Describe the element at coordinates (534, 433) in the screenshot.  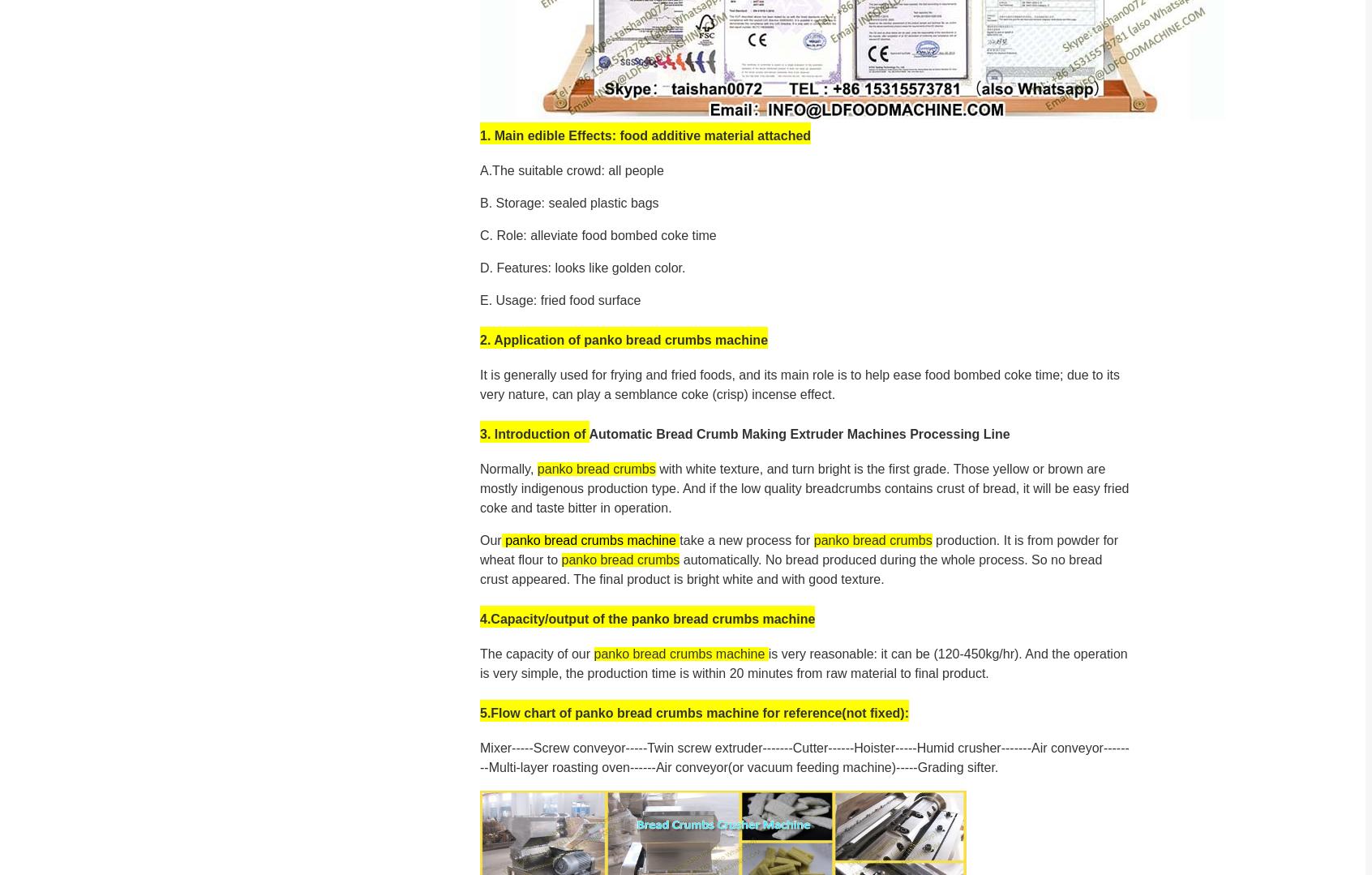
I see `'3. Introduction of'` at that location.